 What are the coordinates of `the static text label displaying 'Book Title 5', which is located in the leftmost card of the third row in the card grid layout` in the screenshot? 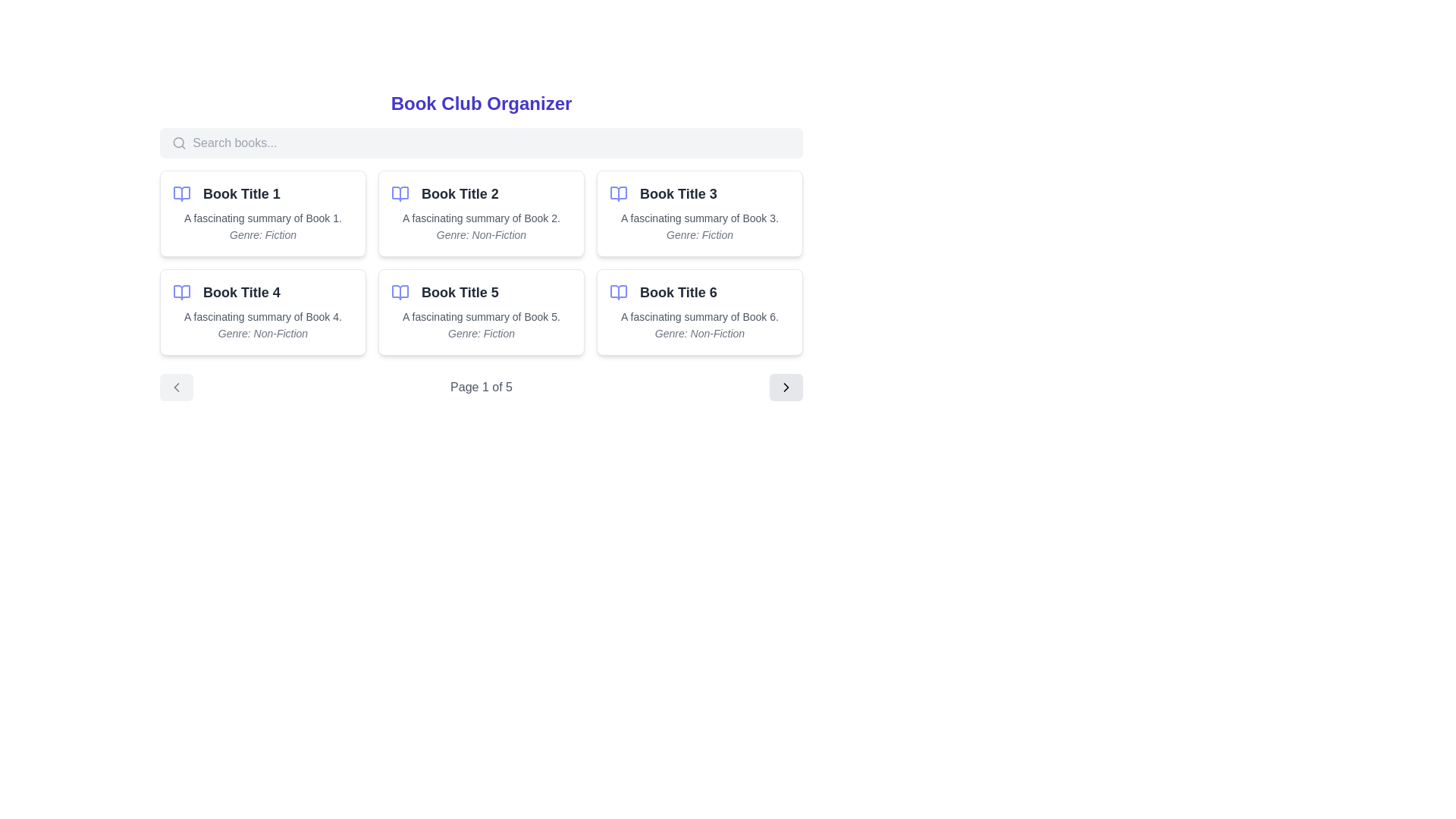 It's located at (459, 292).